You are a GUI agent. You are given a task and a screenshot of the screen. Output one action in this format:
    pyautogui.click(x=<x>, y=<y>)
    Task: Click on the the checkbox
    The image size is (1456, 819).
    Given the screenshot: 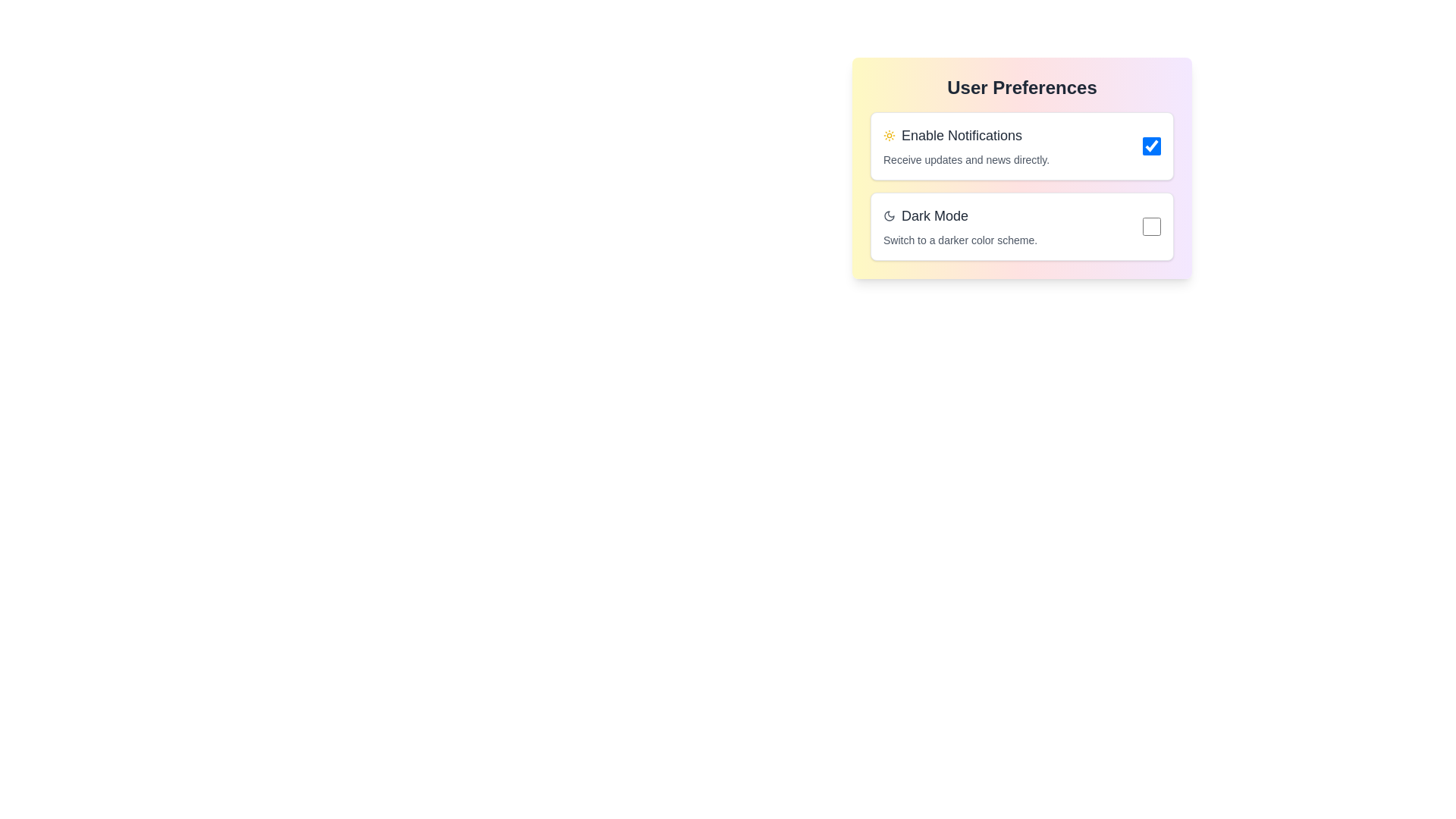 What is the action you would take?
    pyautogui.click(x=1151, y=227)
    